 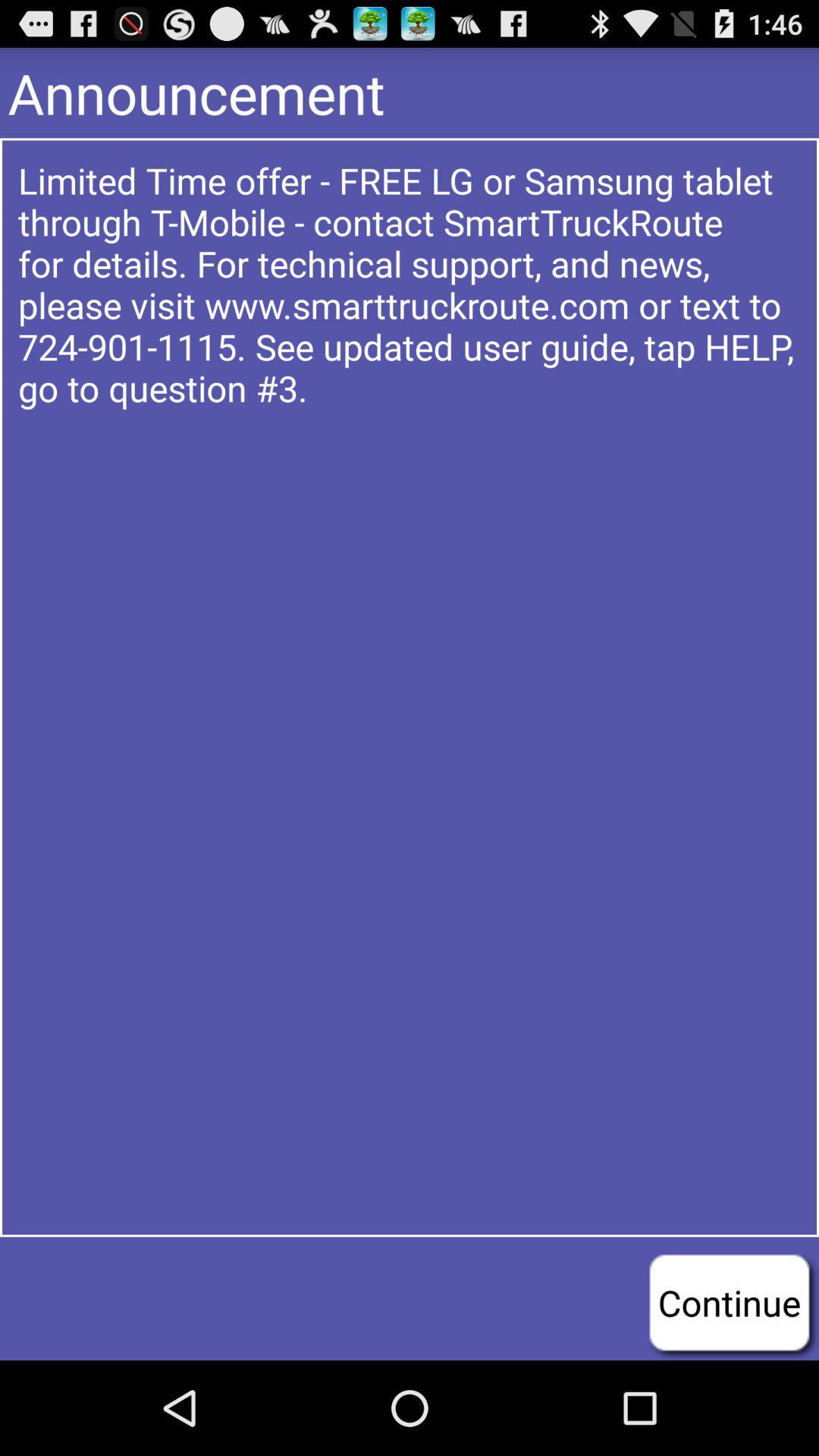 I want to click on the item at the bottom right corner, so click(x=728, y=1301).